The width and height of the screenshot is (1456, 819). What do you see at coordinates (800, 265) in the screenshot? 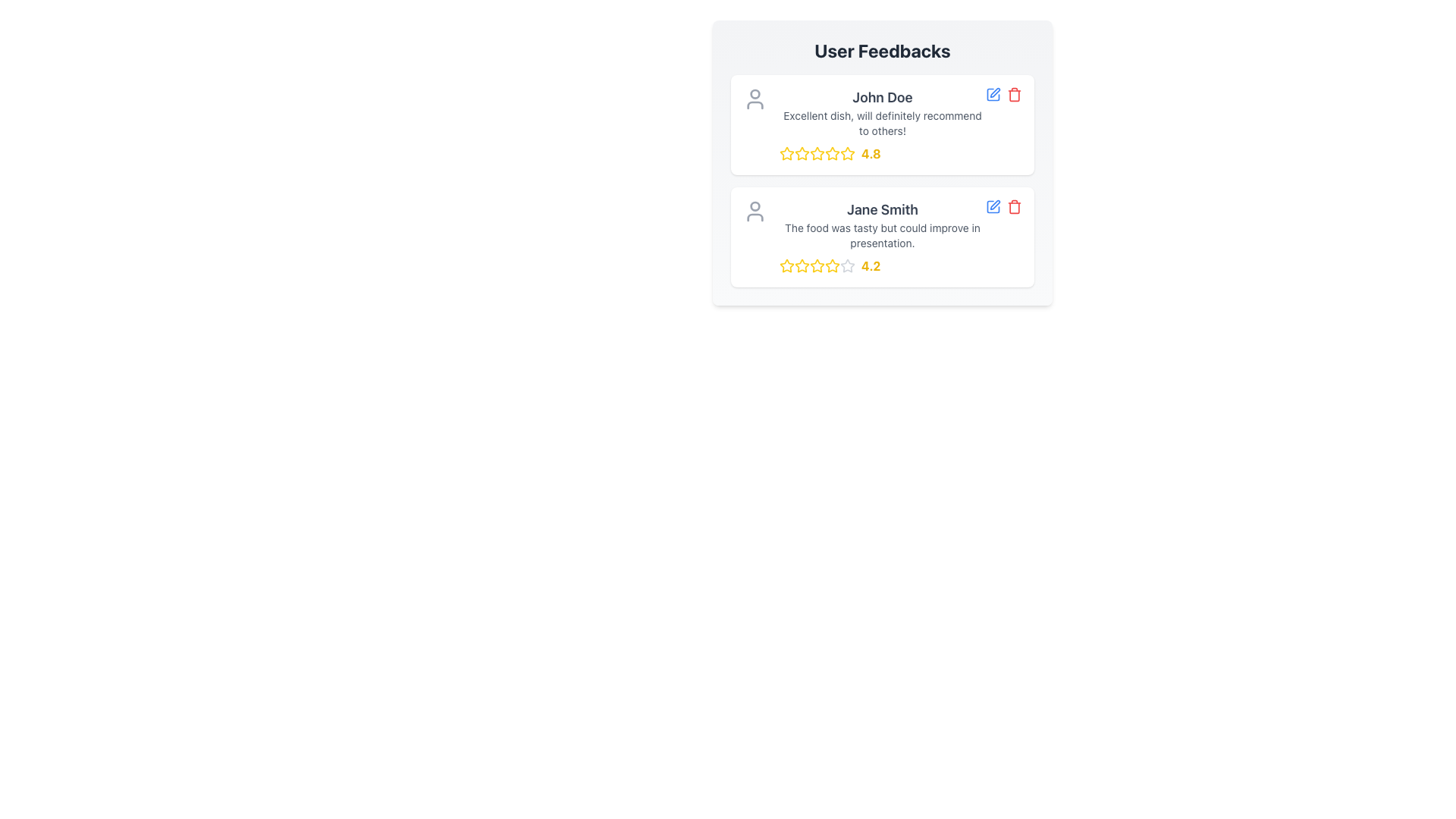
I see `the second star in the five-star rating system under the 'User Feedbacks' heading` at bounding box center [800, 265].